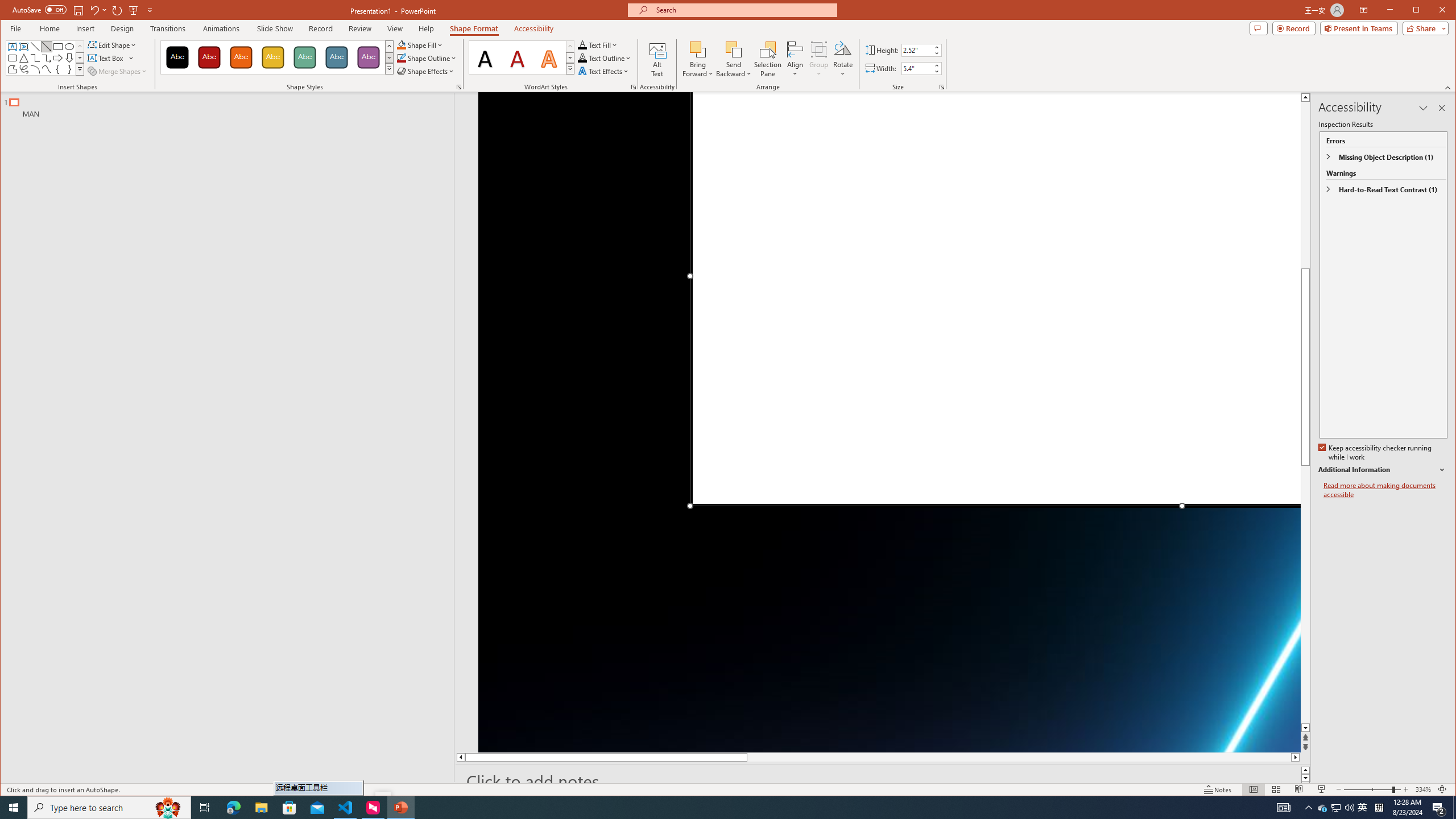 Image resolution: width=1456 pixels, height=819 pixels. I want to click on 'Size and Position...', so click(941, 87).